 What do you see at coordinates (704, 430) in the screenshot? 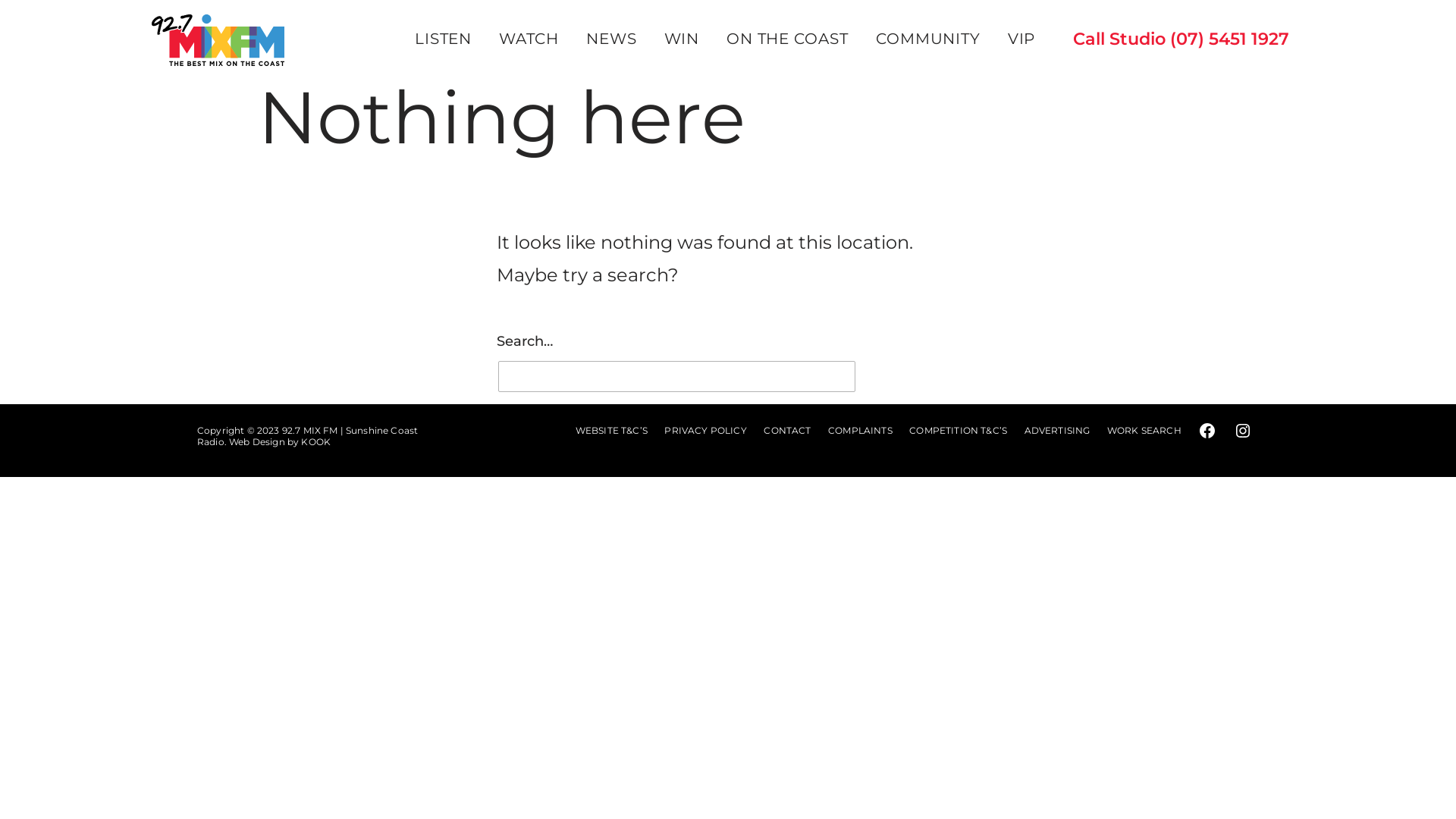
I see `'PRIVACY POLICY'` at bounding box center [704, 430].